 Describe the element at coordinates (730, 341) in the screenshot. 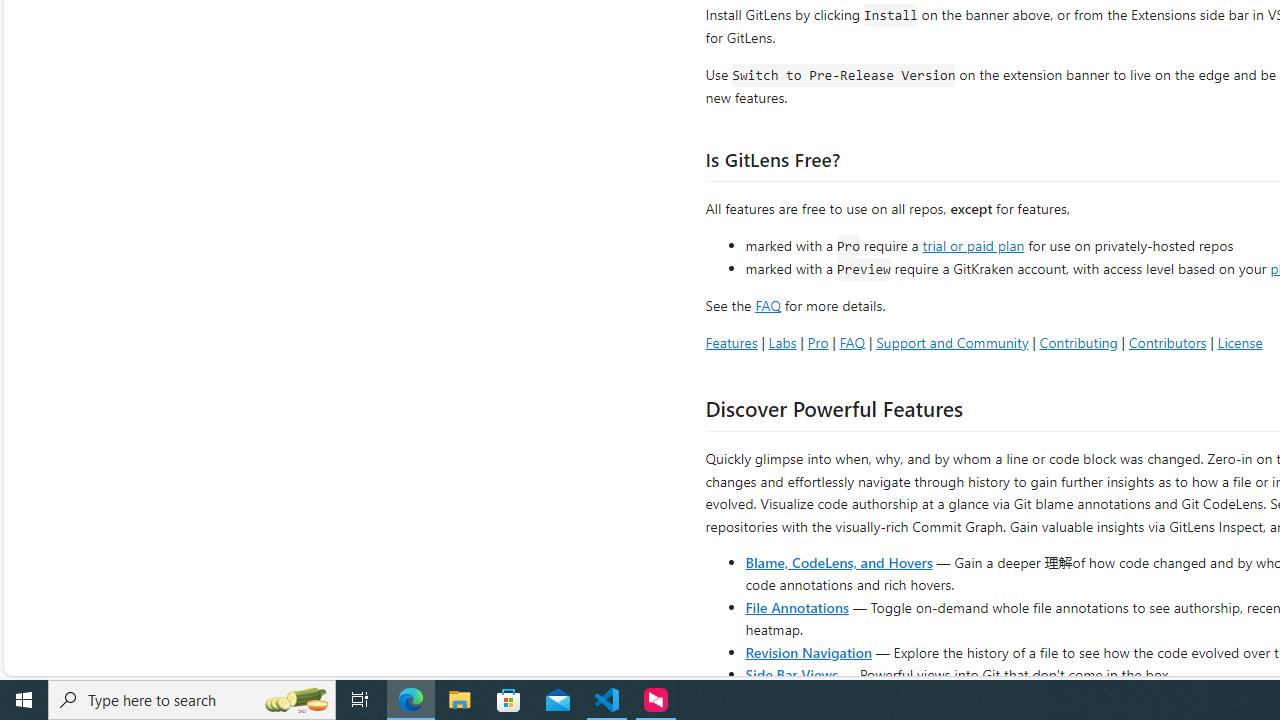

I see `'Features'` at that location.